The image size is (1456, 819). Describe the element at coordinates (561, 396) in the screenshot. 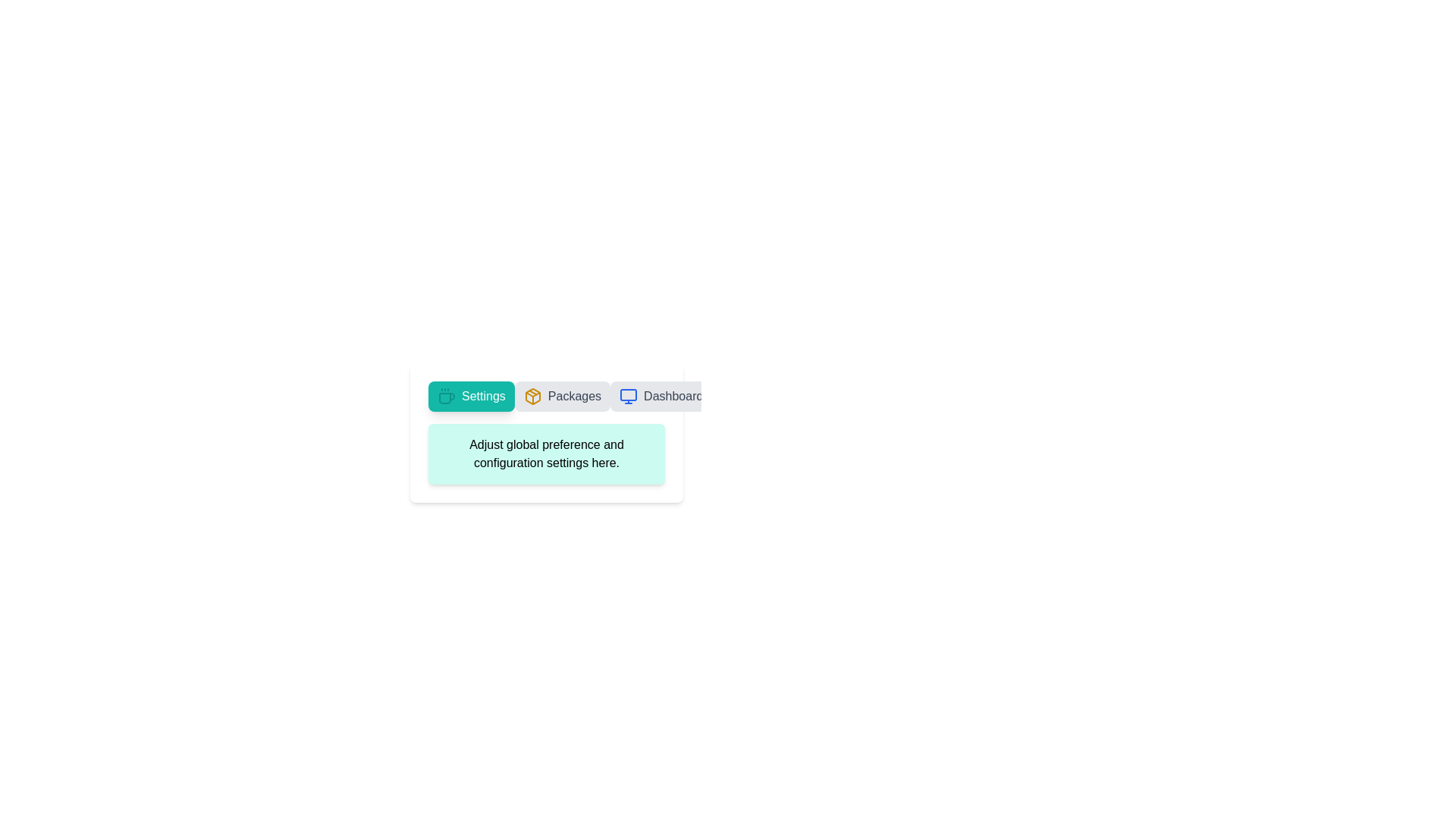

I see `the tab labeled Packages to observe visual feedback` at that location.